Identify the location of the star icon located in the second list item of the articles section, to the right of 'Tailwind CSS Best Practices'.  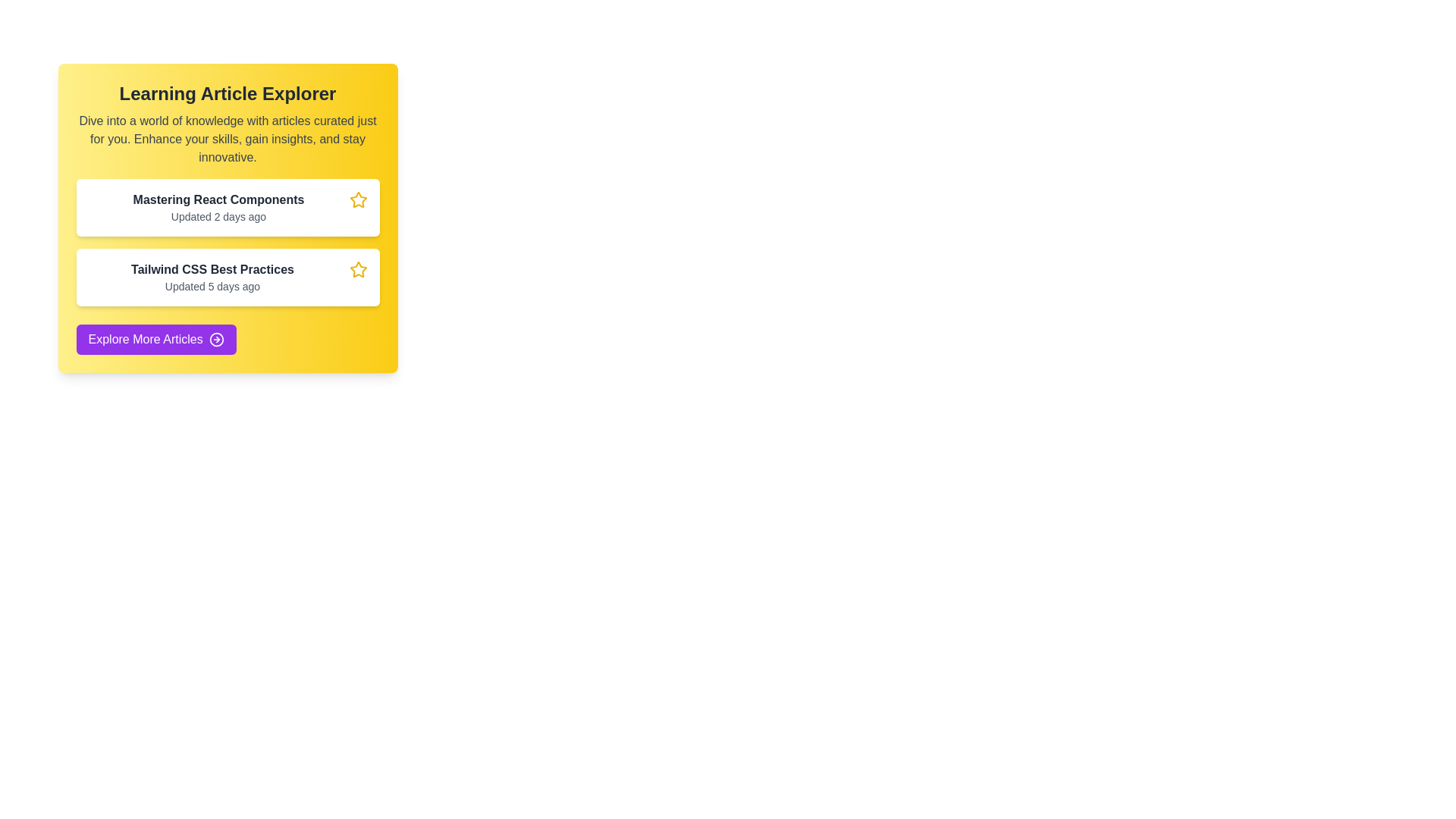
(357, 199).